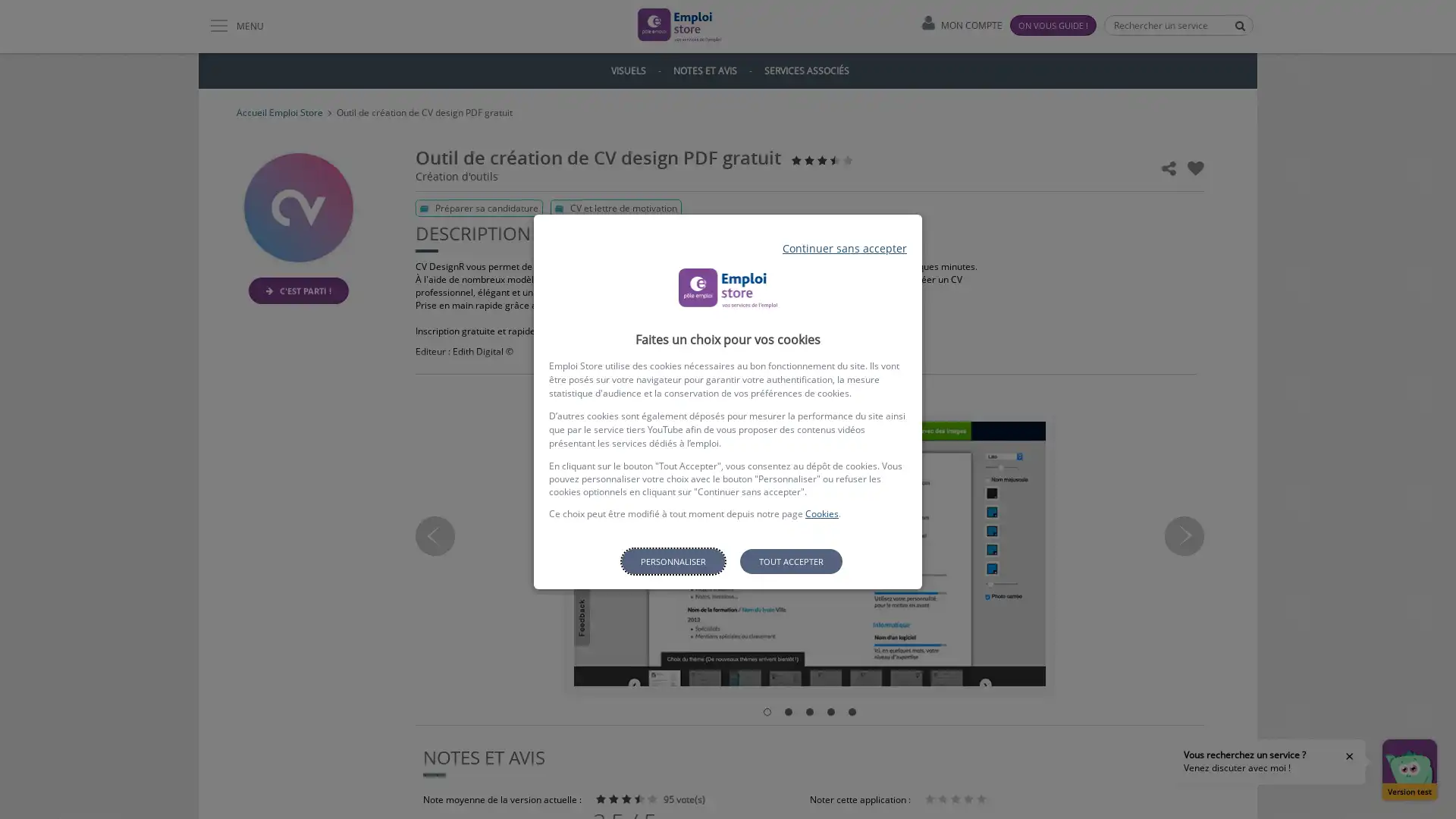 This screenshot has width=1456, height=819. I want to click on AUTORISER, so click(824, 610).